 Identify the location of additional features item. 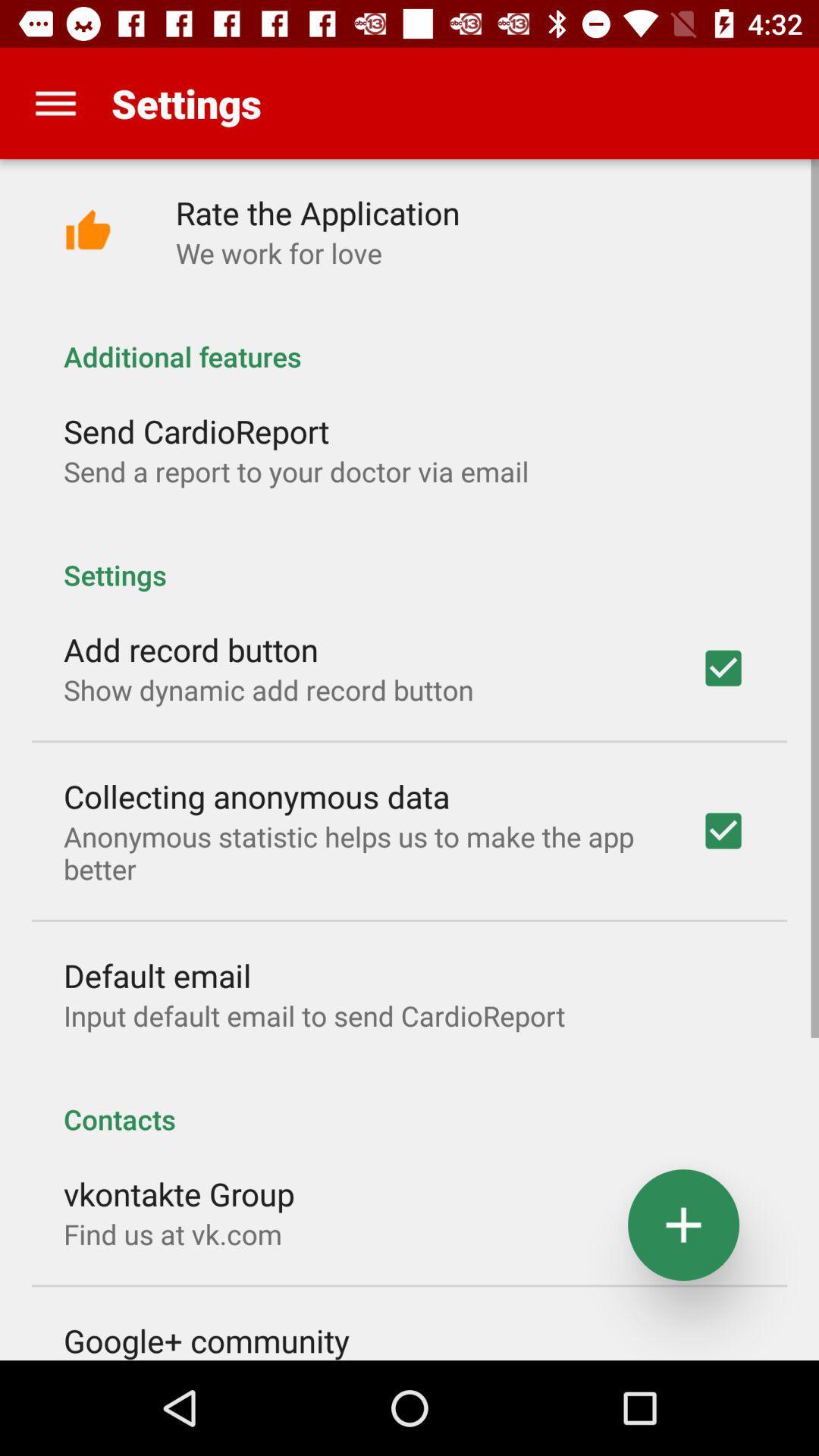
(409, 340).